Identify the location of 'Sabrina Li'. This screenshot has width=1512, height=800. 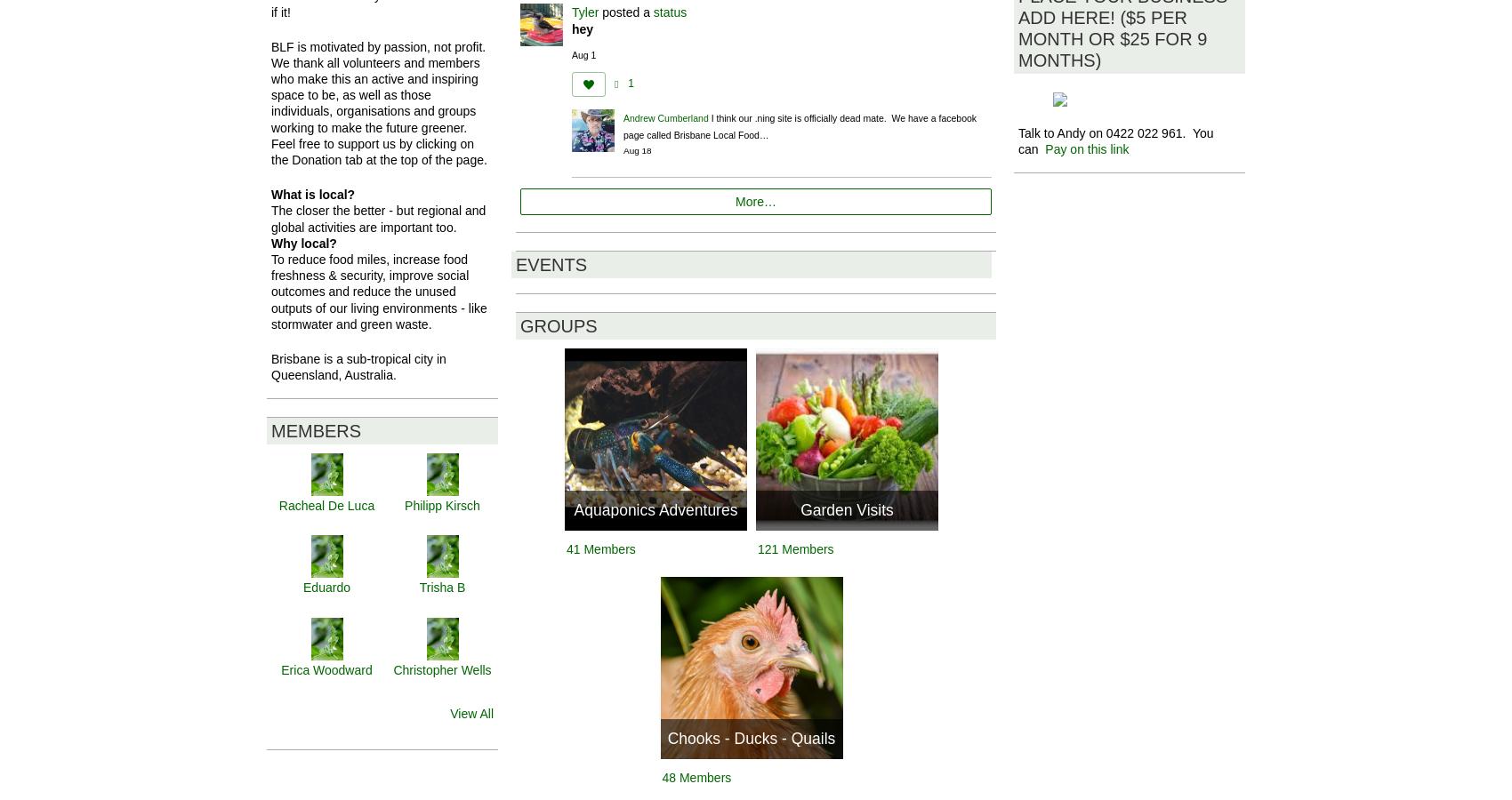
(442, 751).